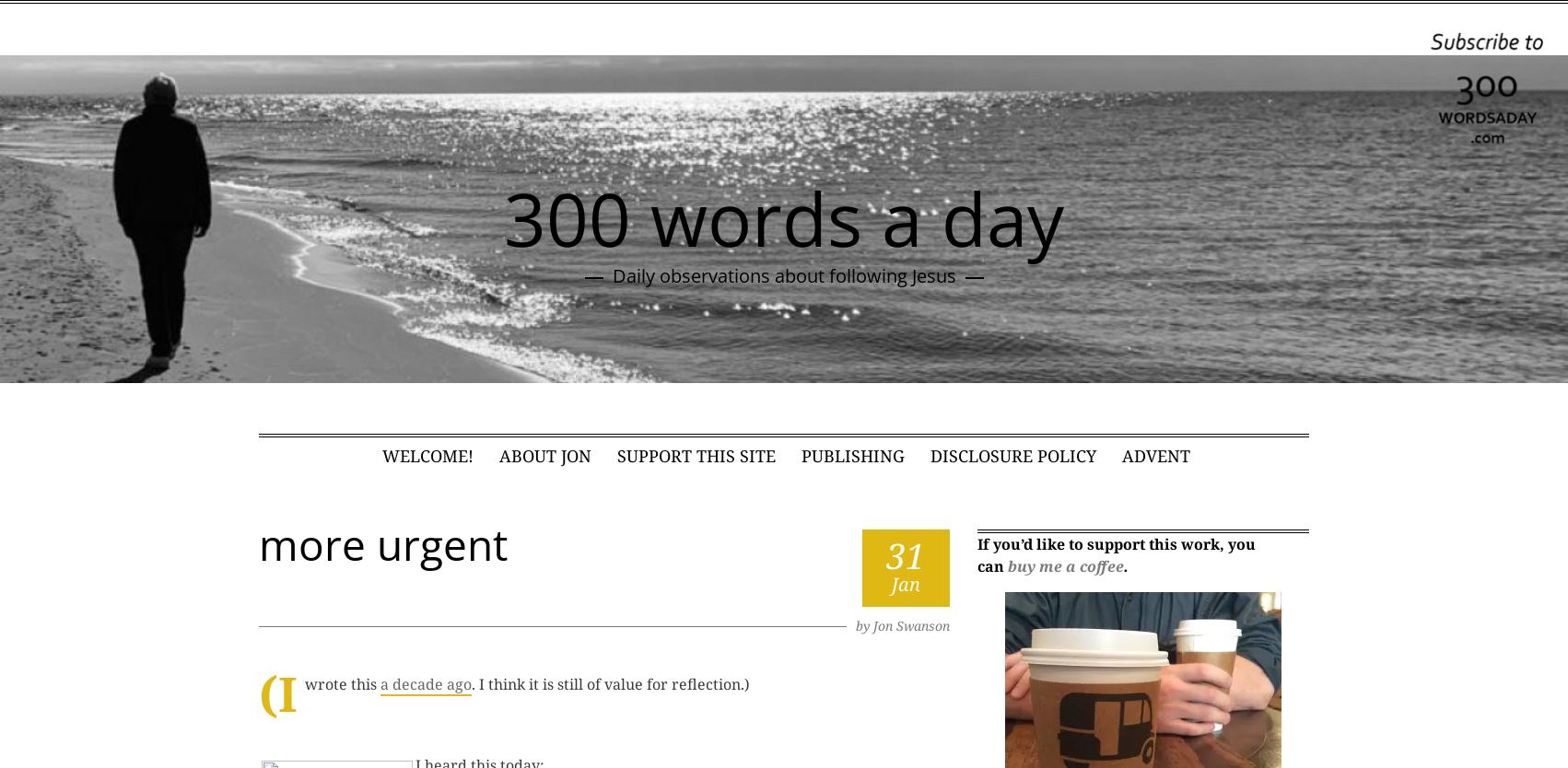  What do you see at coordinates (784, 215) in the screenshot?
I see `'300 words a day'` at bounding box center [784, 215].